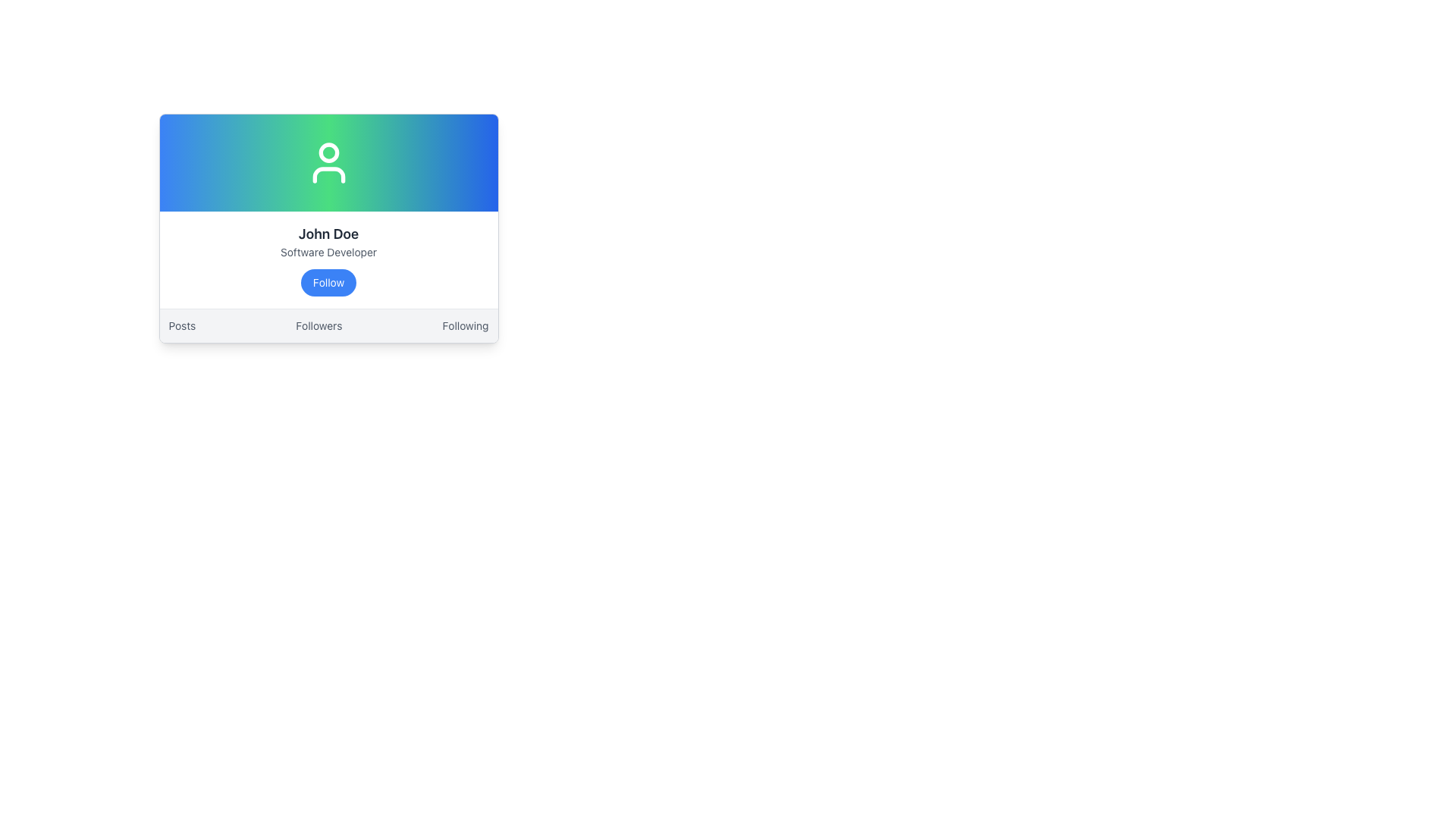 The width and height of the screenshot is (1456, 819). I want to click on the 'Followers' hyperlink, so click(318, 325).